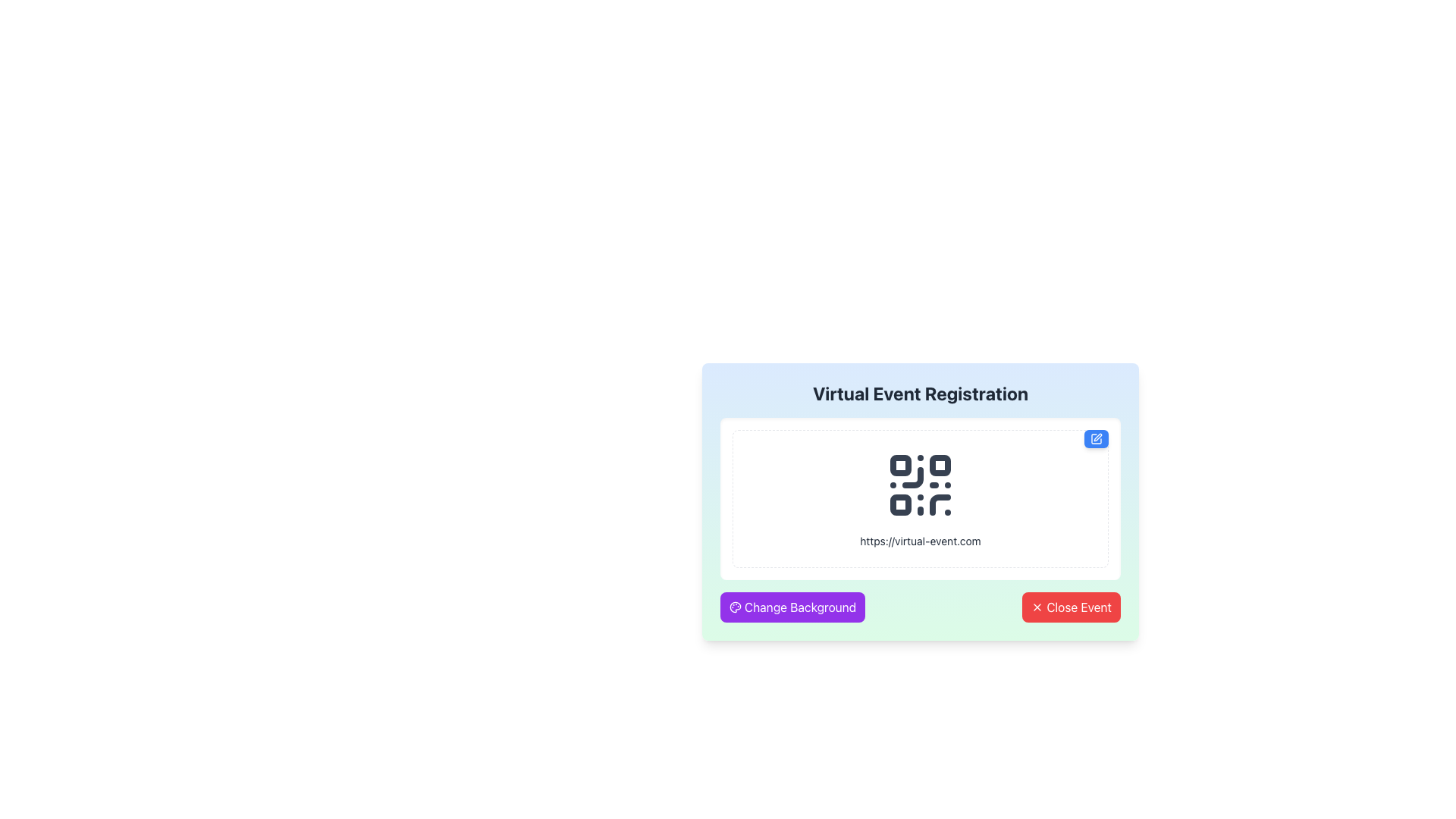 The width and height of the screenshot is (1456, 819). Describe the element at coordinates (735, 607) in the screenshot. I see `the icon located to the left of the 'Change Background' button in the lower-left corner of the main card interface, which indicates design or customization functionalities` at that location.